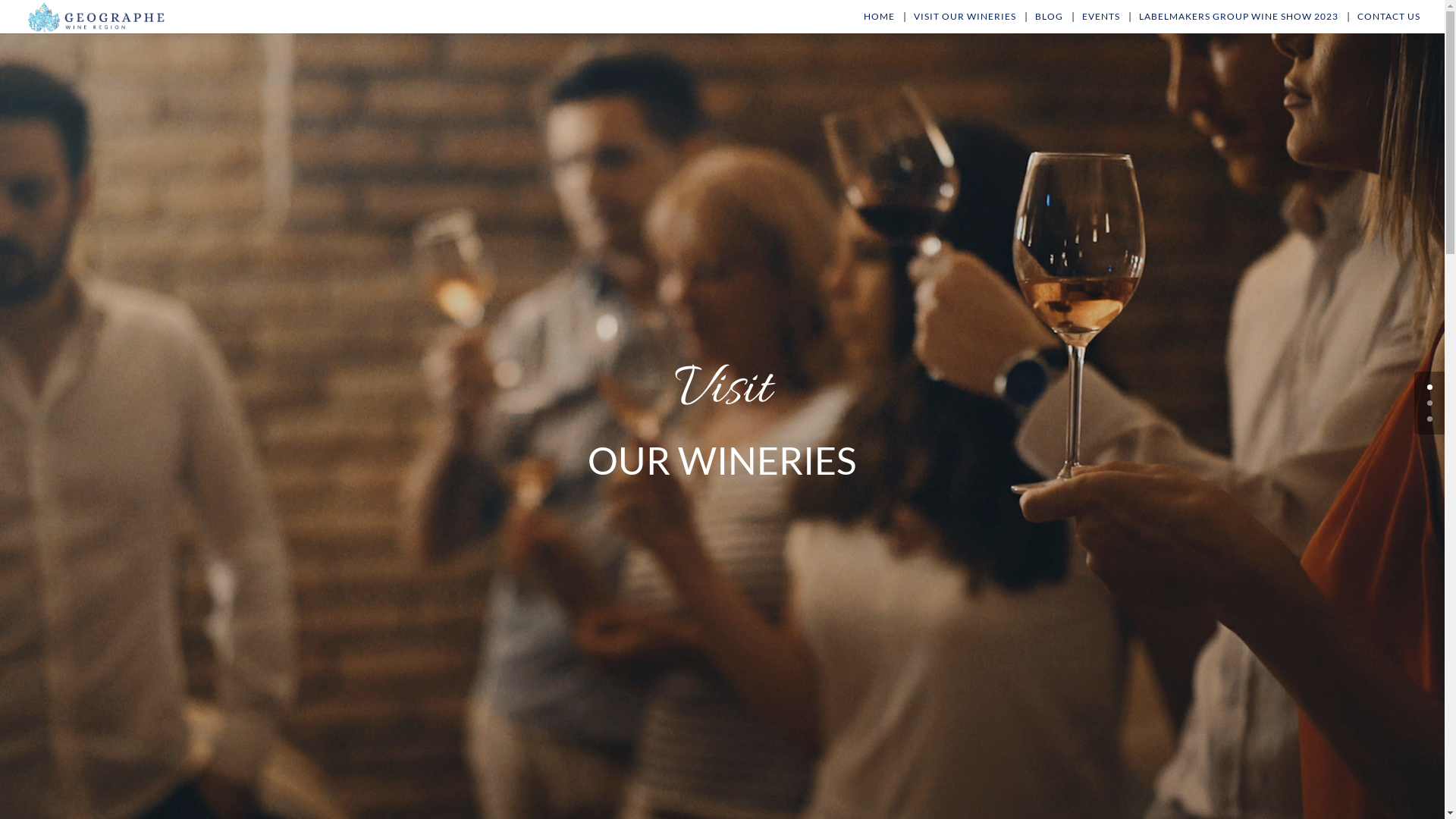 The image size is (1456, 819). Describe the element at coordinates (1101, 22) in the screenshot. I see `'EVENTS'` at that location.